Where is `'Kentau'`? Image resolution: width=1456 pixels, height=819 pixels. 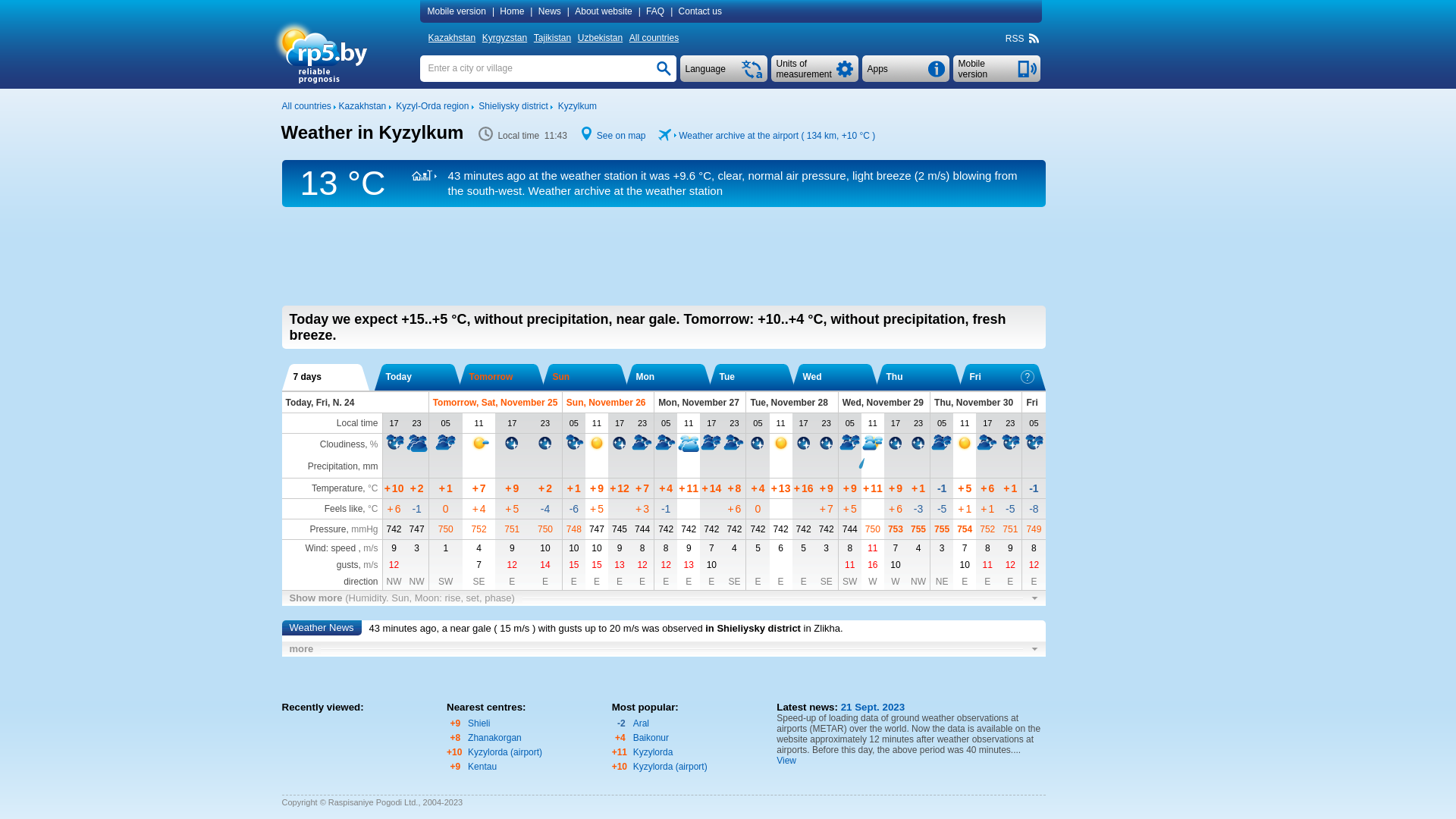 'Kentau' is located at coordinates (481, 766).